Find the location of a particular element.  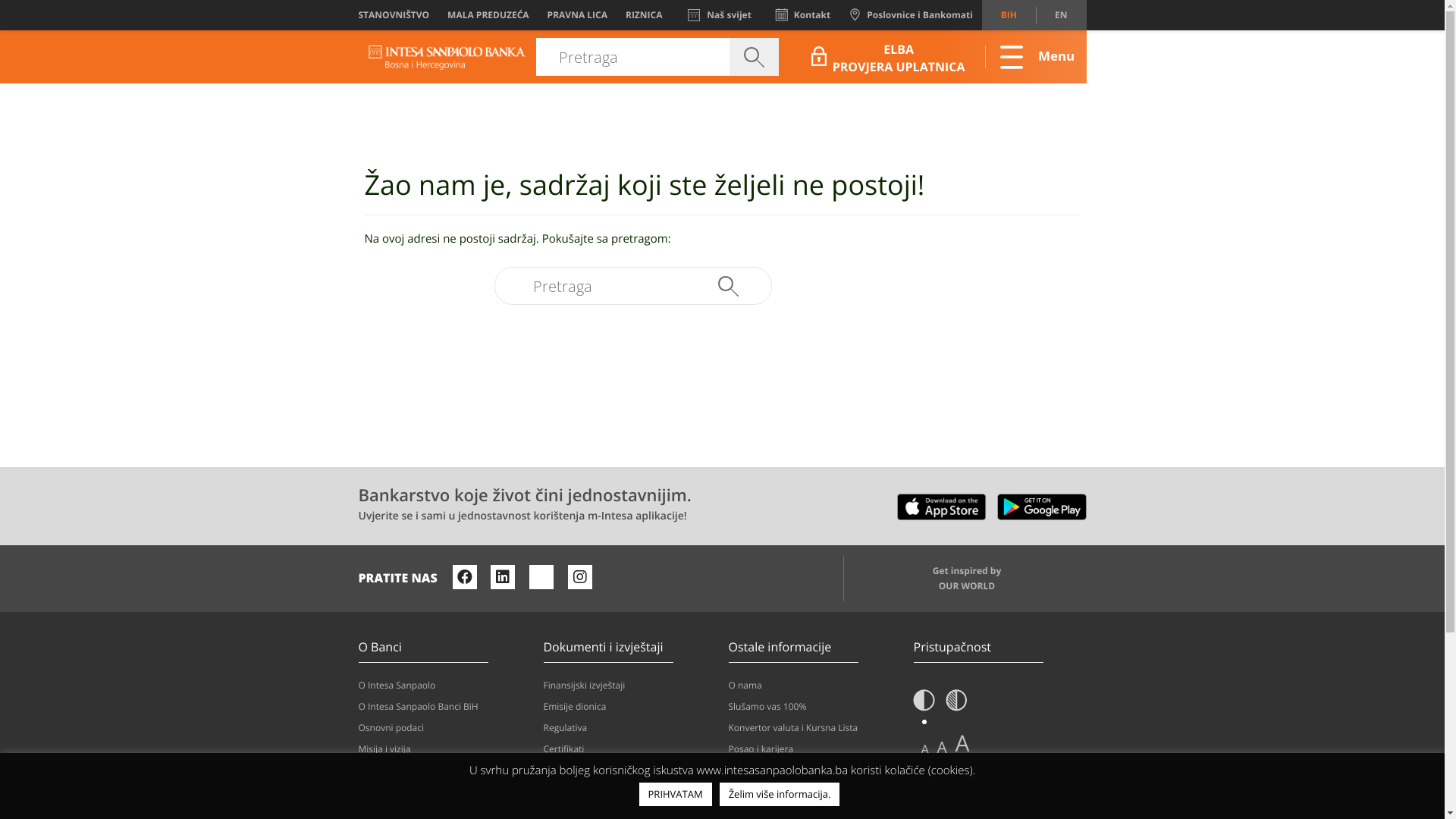

'A' is located at coordinates (941, 747).